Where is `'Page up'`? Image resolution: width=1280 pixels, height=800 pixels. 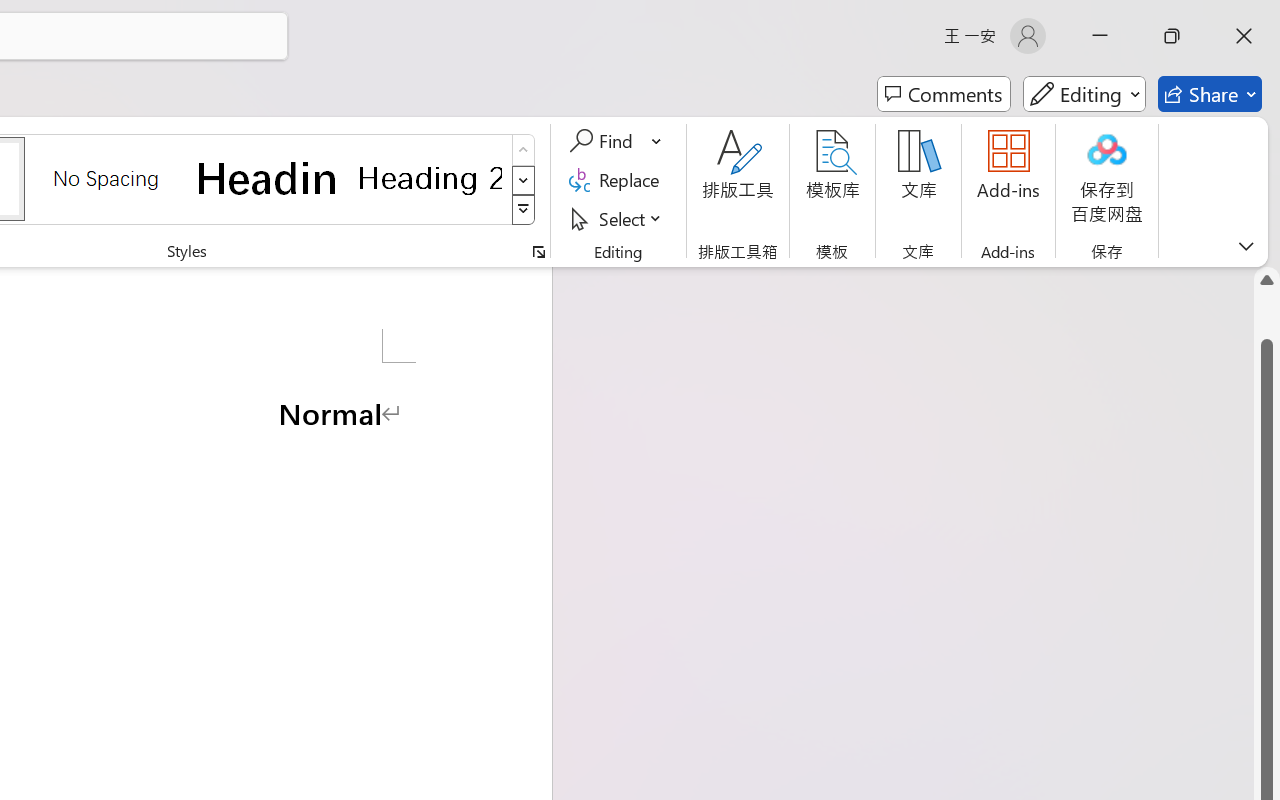 'Page up' is located at coordinates (1266, 315).